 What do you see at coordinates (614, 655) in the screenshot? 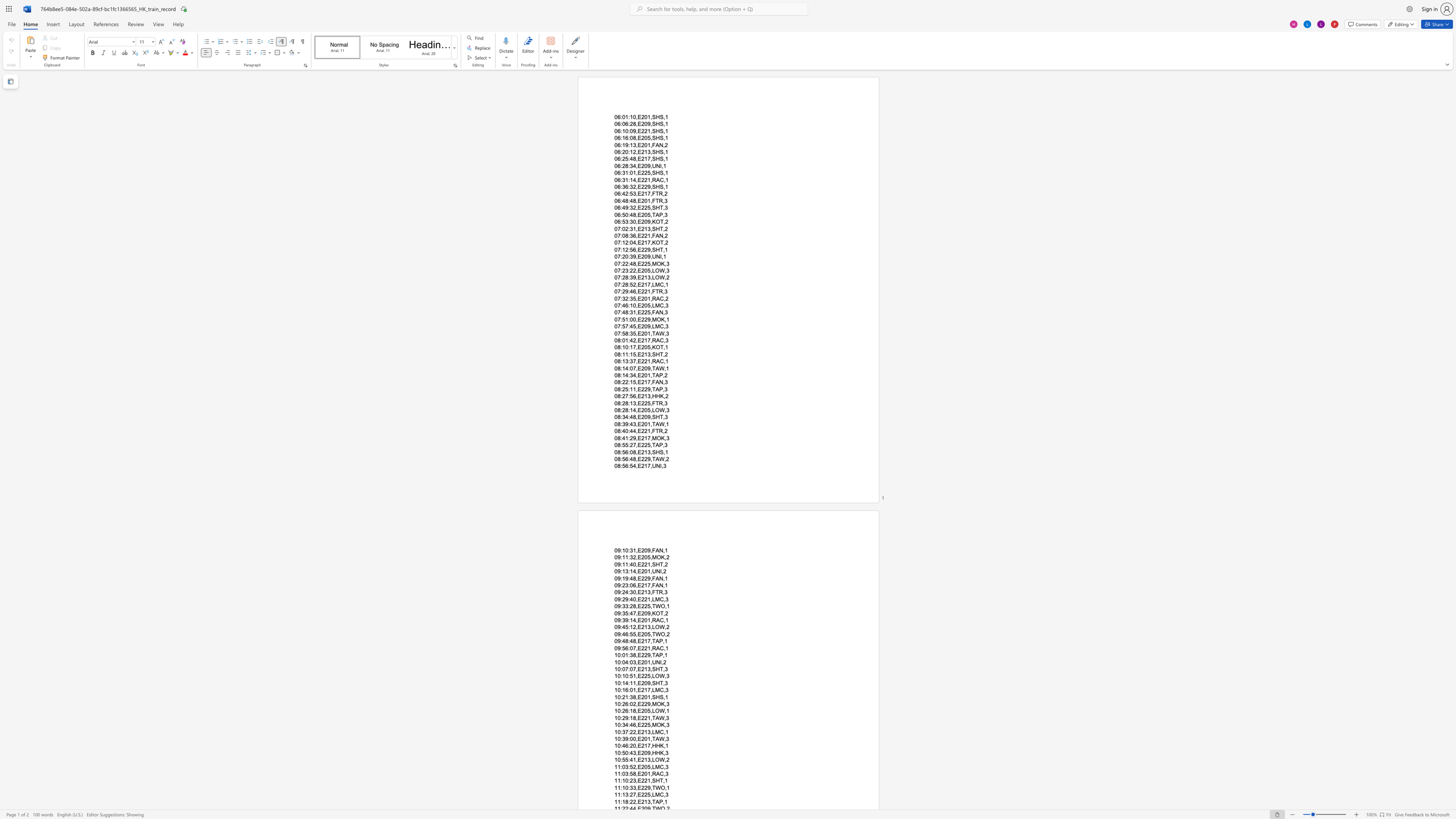
I see `the subset text "10:01:38,E" within the text "10:01:38,E229,TAP,1"` at bounding box center [614, 655].